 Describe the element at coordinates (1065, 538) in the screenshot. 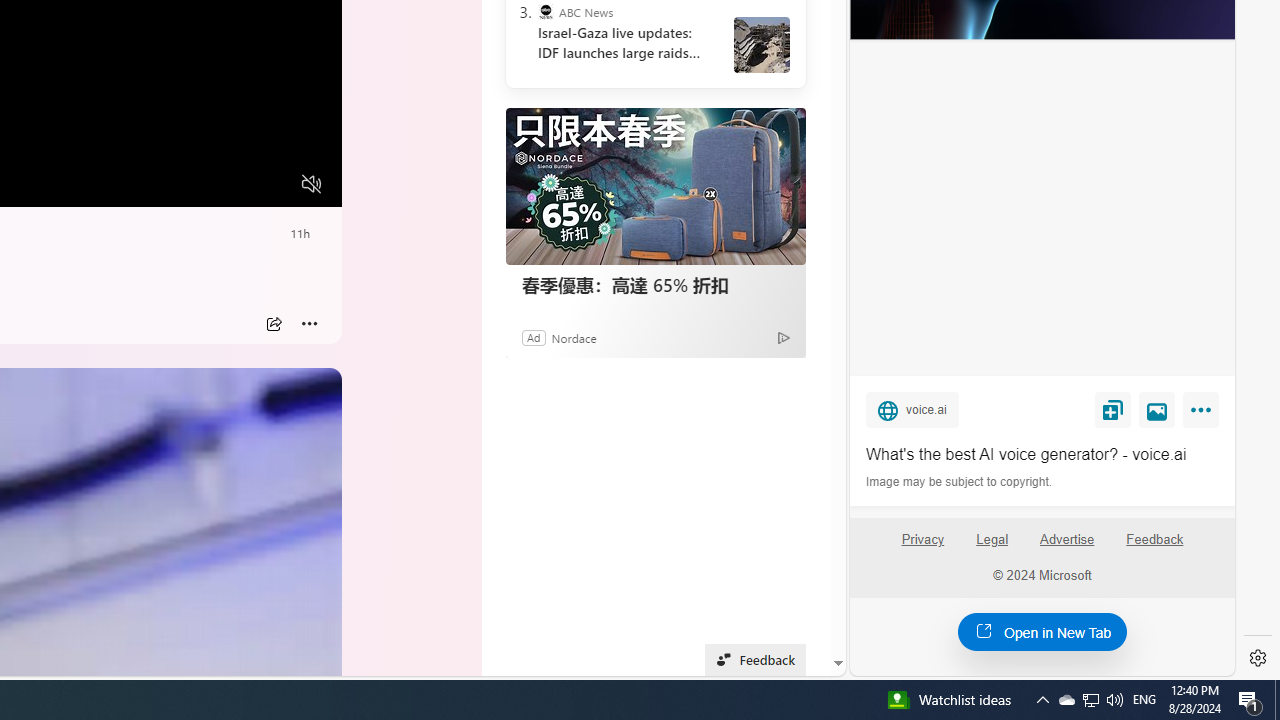

I see `'Advertise'` at that location.